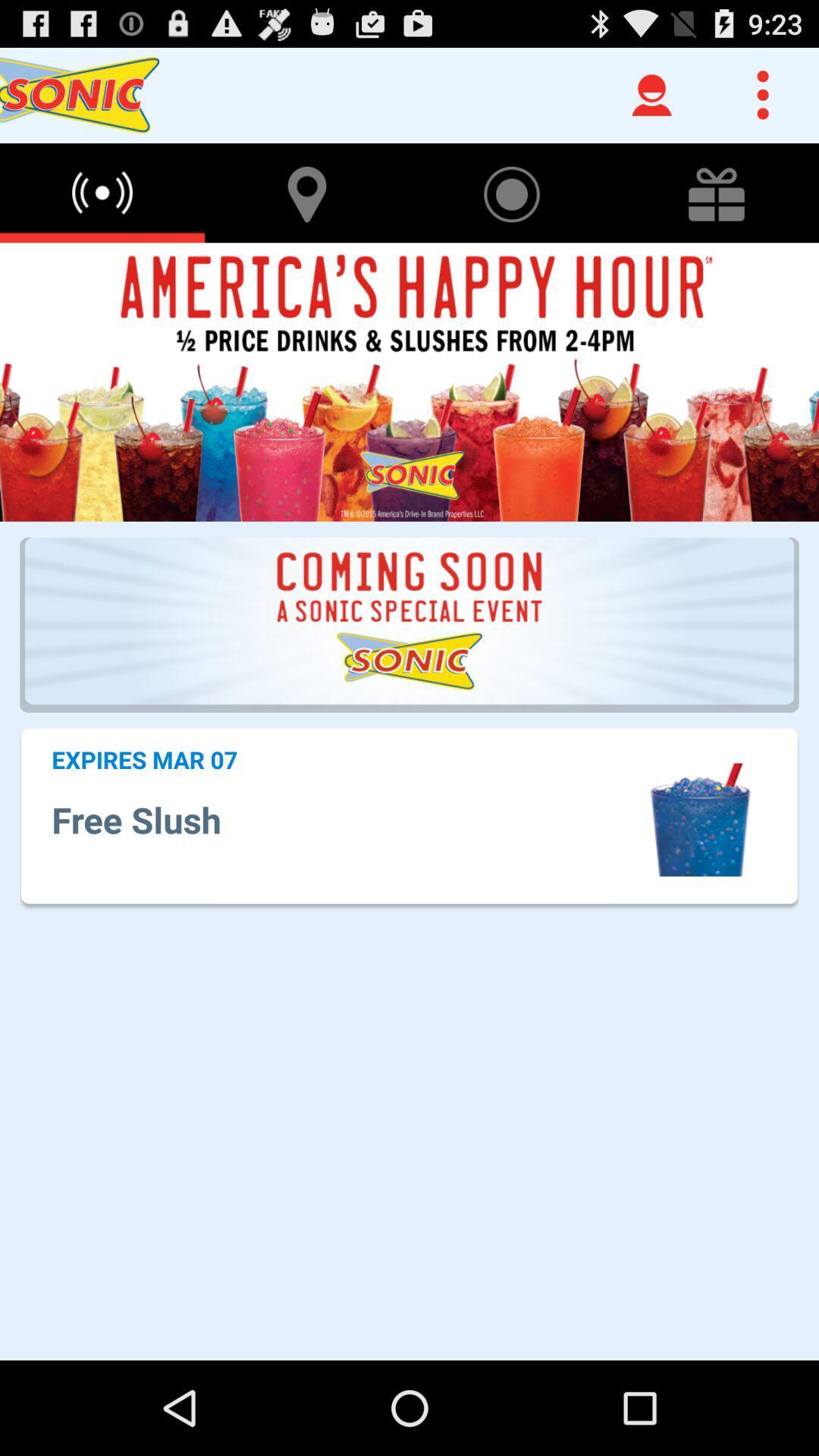  Describe the element at coordinates (717, 192) in the screenshot. I see `the gift box` at that location.